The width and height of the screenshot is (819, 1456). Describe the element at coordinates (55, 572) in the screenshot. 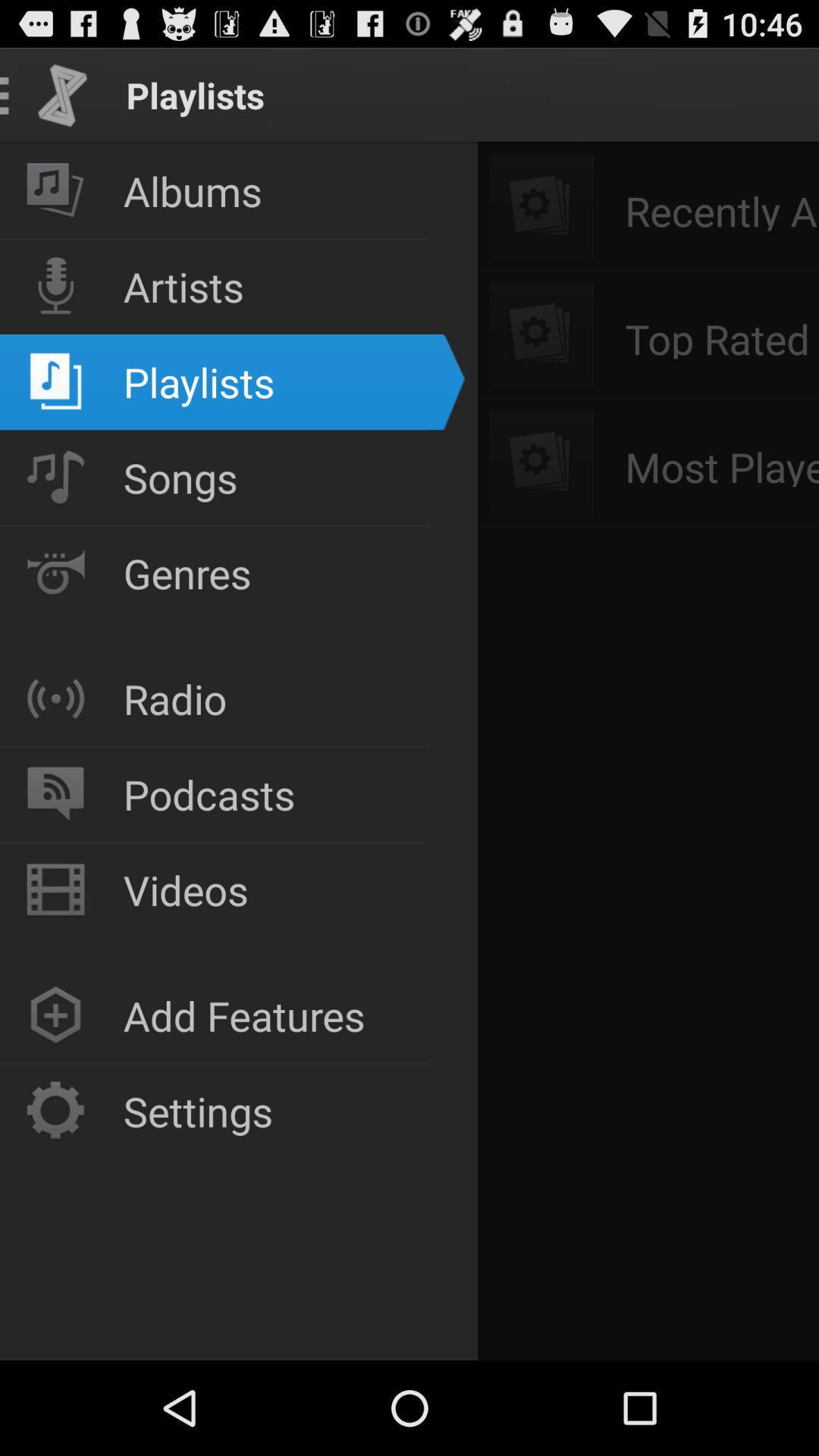

I see `the image icon to the left of the text genres` at that location.